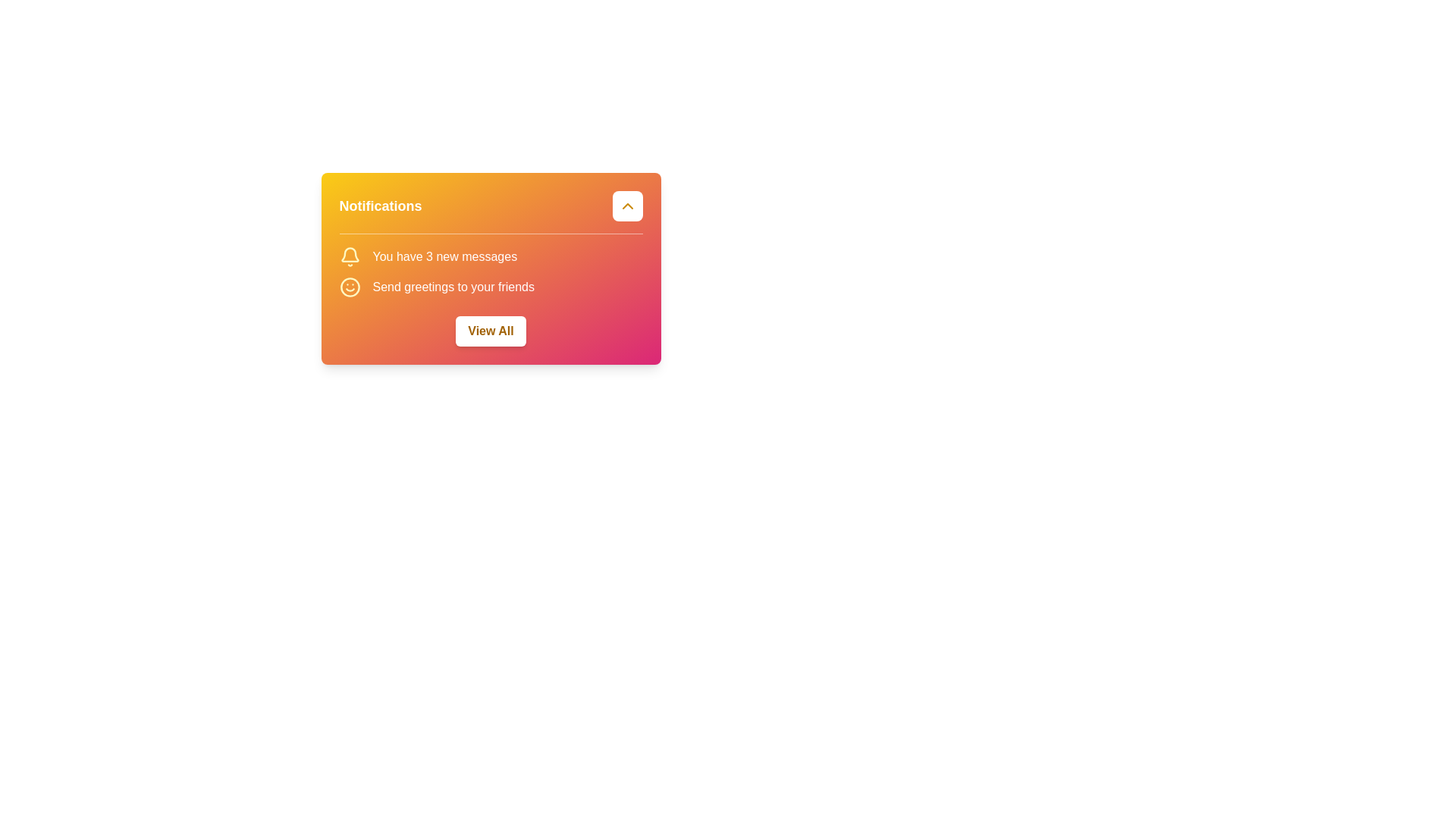  I want to click on information provided in the second notification message located below the 'You have 3 new messages' notification, which serves as a reminder for users to send greetings to their friends, so click(491, 287).